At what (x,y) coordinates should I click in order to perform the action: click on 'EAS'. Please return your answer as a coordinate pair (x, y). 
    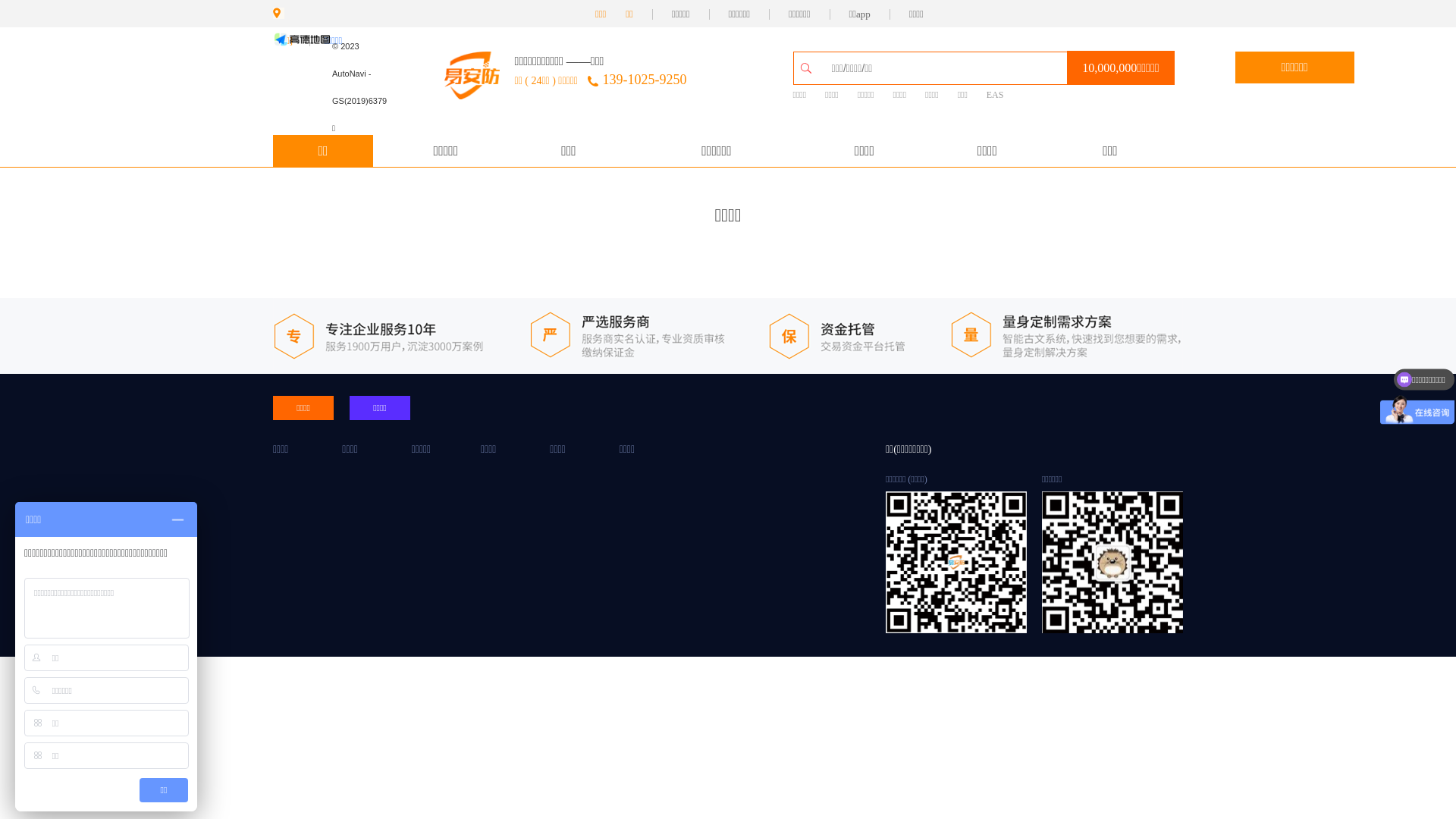
    Looking at the image, I should click on (995, 95).